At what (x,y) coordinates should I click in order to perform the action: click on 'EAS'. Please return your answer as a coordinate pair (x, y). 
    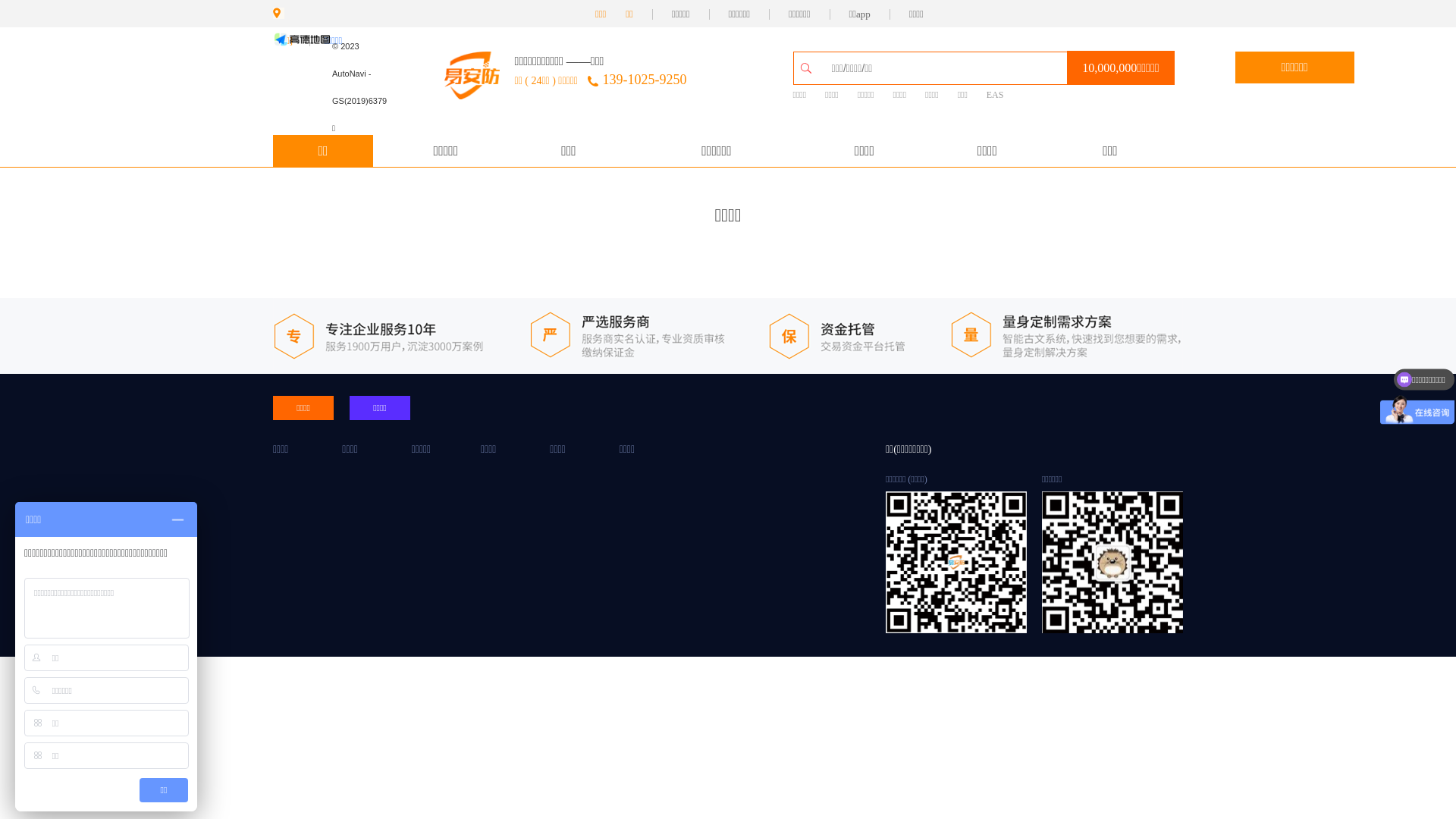
    Looking at the image, I should click on (995, 95).